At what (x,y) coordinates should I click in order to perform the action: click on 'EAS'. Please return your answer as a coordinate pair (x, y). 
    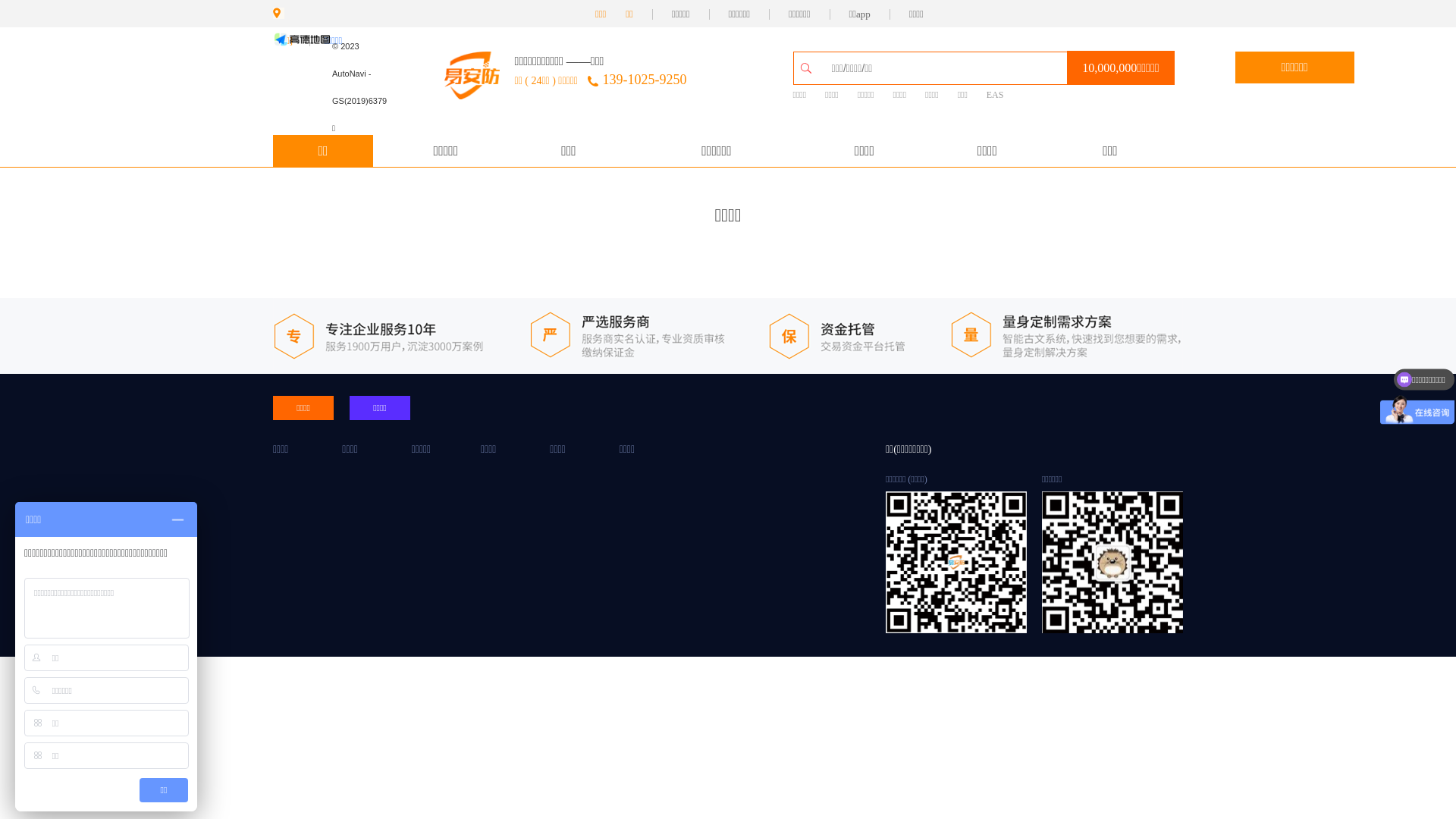
    Looking at the image, I should click on (995, 95).